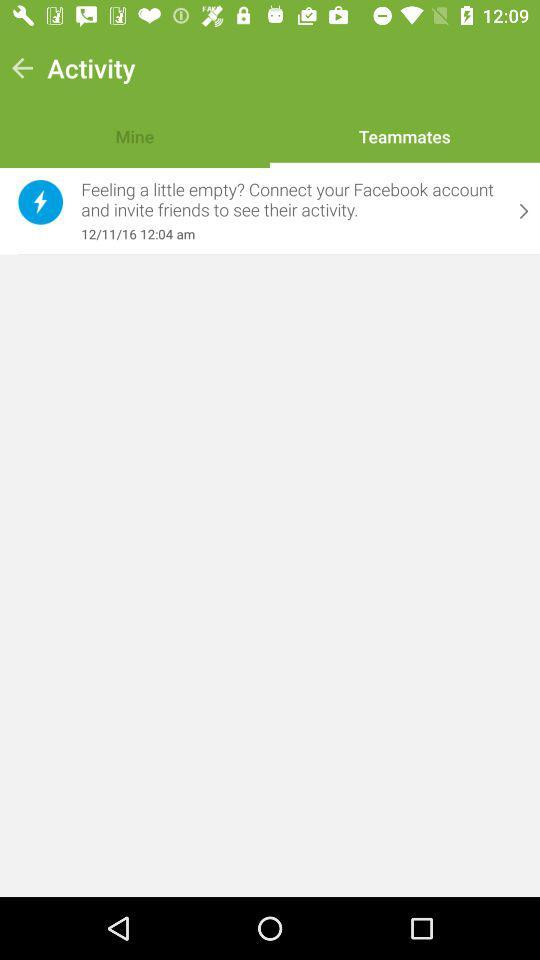  I want to click on the item below the mine, so click(290, 200).